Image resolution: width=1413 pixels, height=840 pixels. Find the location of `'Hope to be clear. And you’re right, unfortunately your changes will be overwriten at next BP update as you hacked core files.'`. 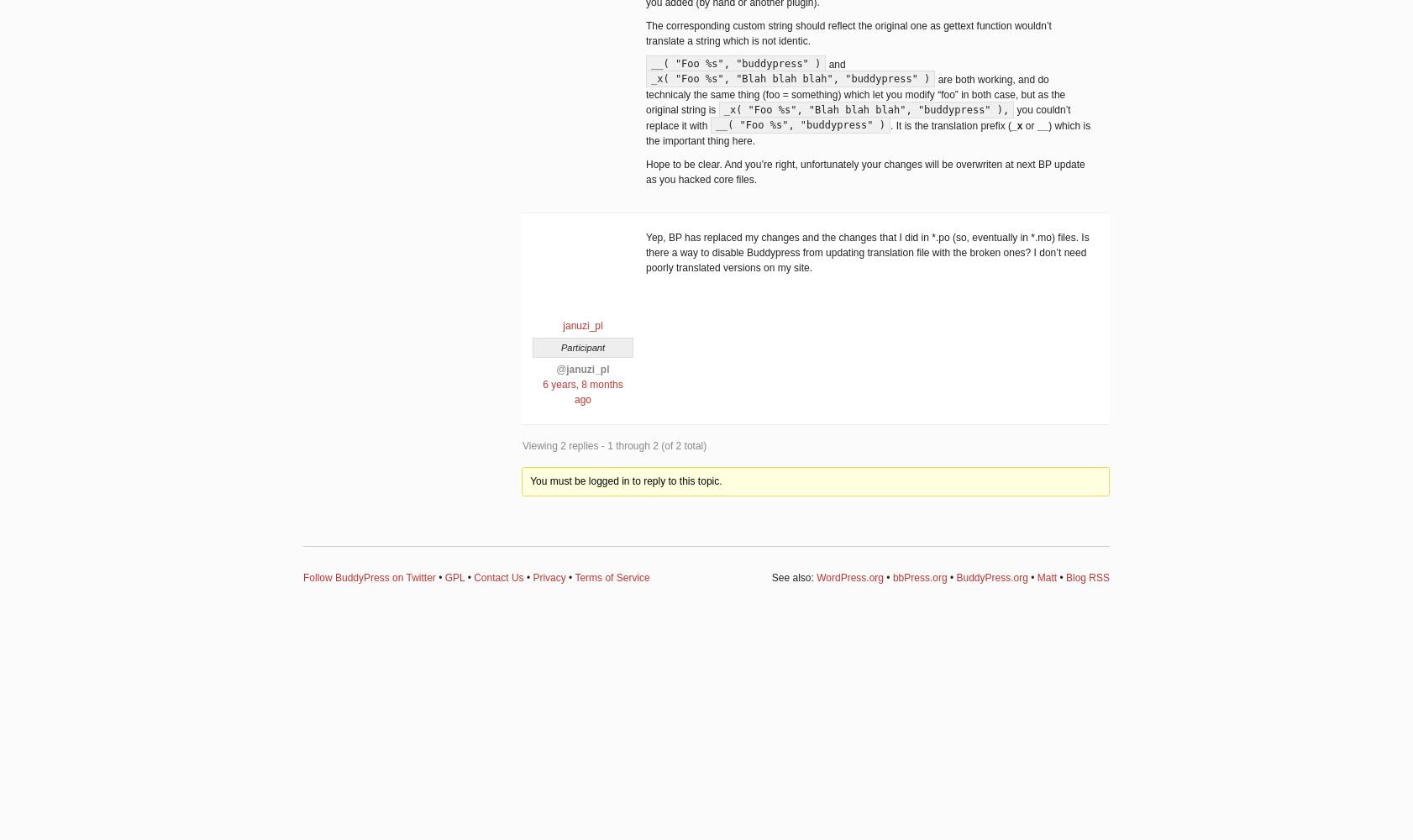

'Hope to be clear. And you’re right, unfortunately your changes will be overwriten at next BP update as you hacked core files.' is located at coordinates (864, 171).